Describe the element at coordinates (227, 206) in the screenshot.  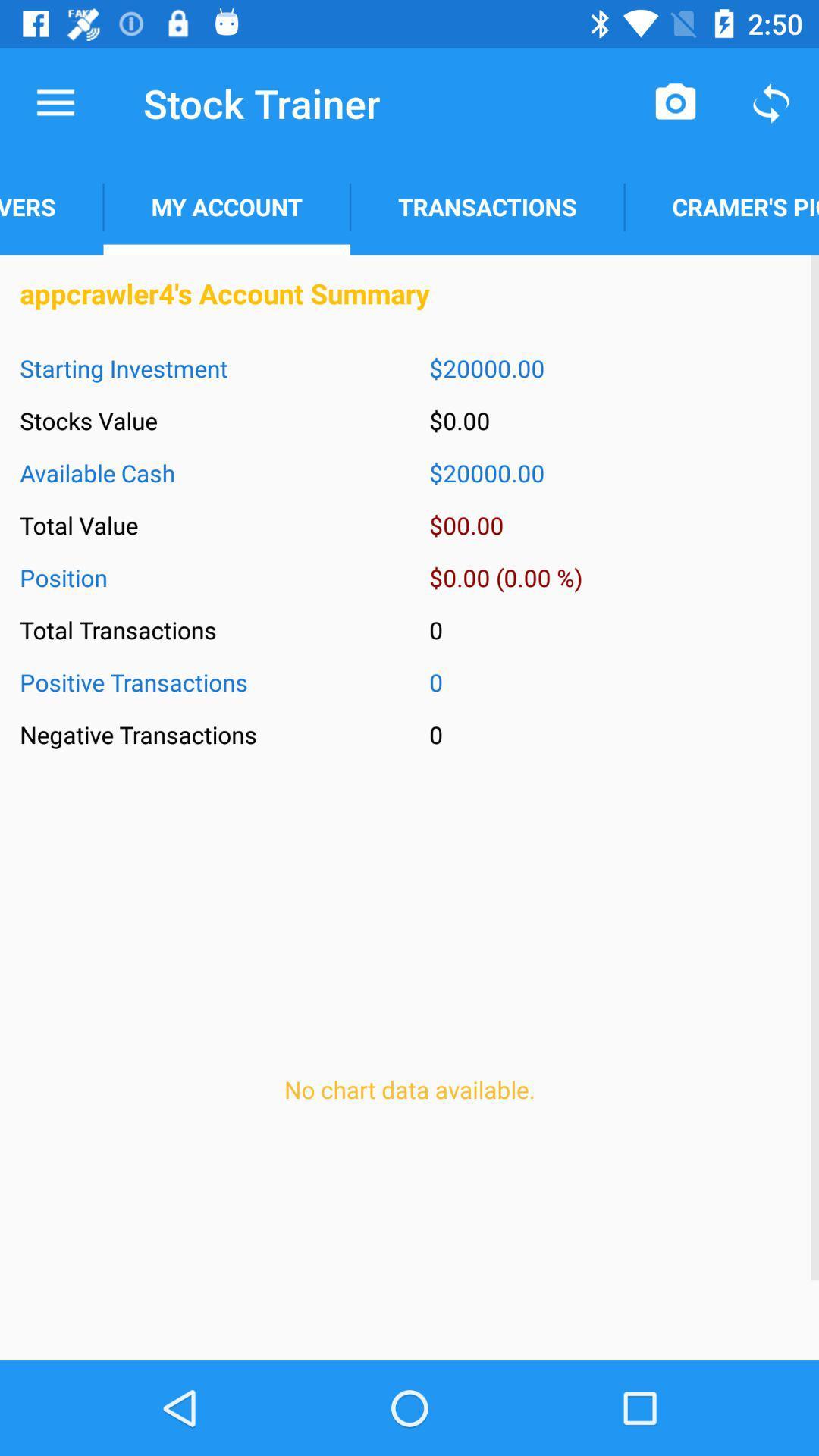
I see `the my account item` at that location.